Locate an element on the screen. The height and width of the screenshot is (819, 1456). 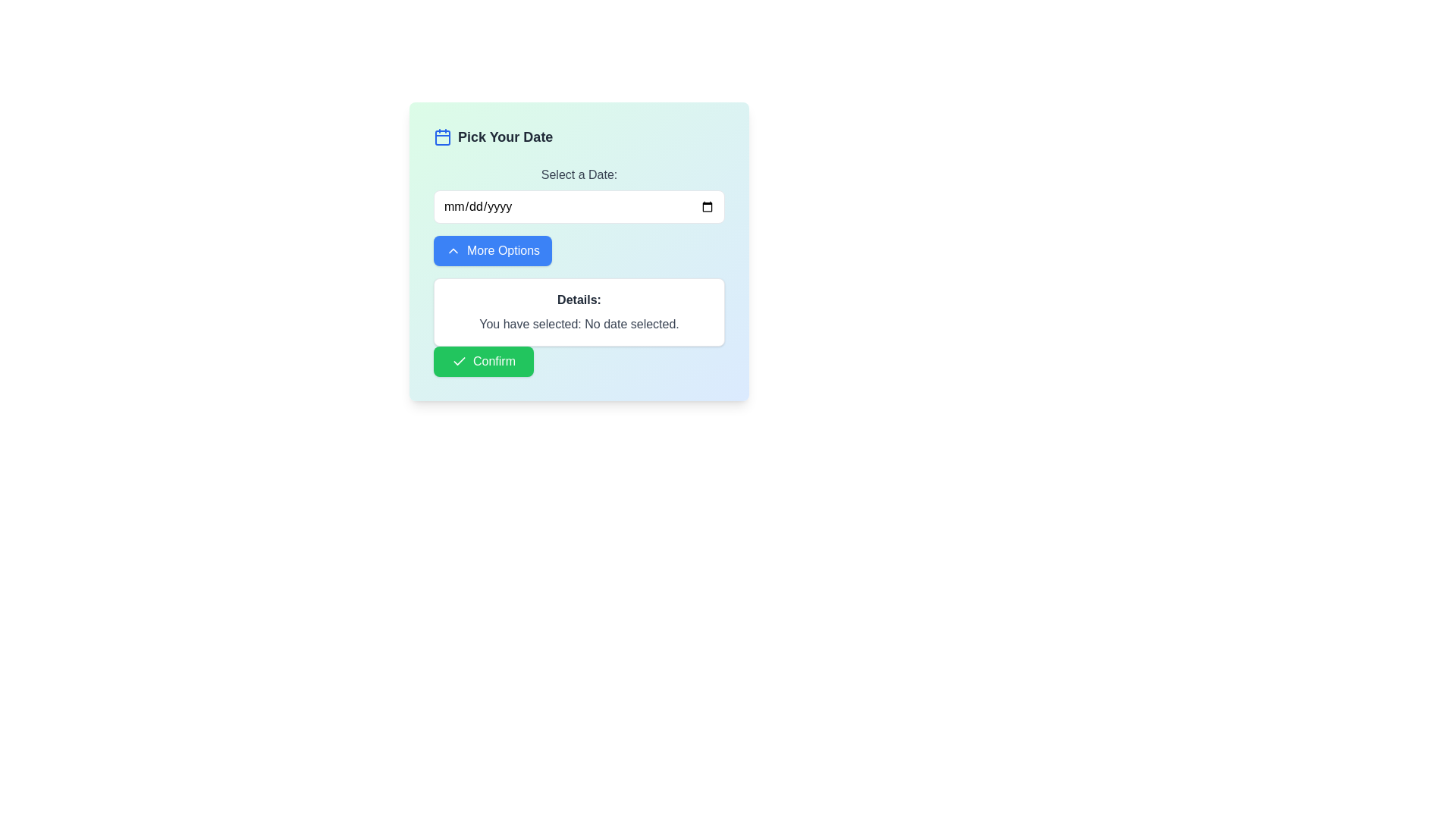
the static text element displaying the status of date selection, which indicates that no date is selected, located below the 'More Options' button is located at coordinates (578, 324).